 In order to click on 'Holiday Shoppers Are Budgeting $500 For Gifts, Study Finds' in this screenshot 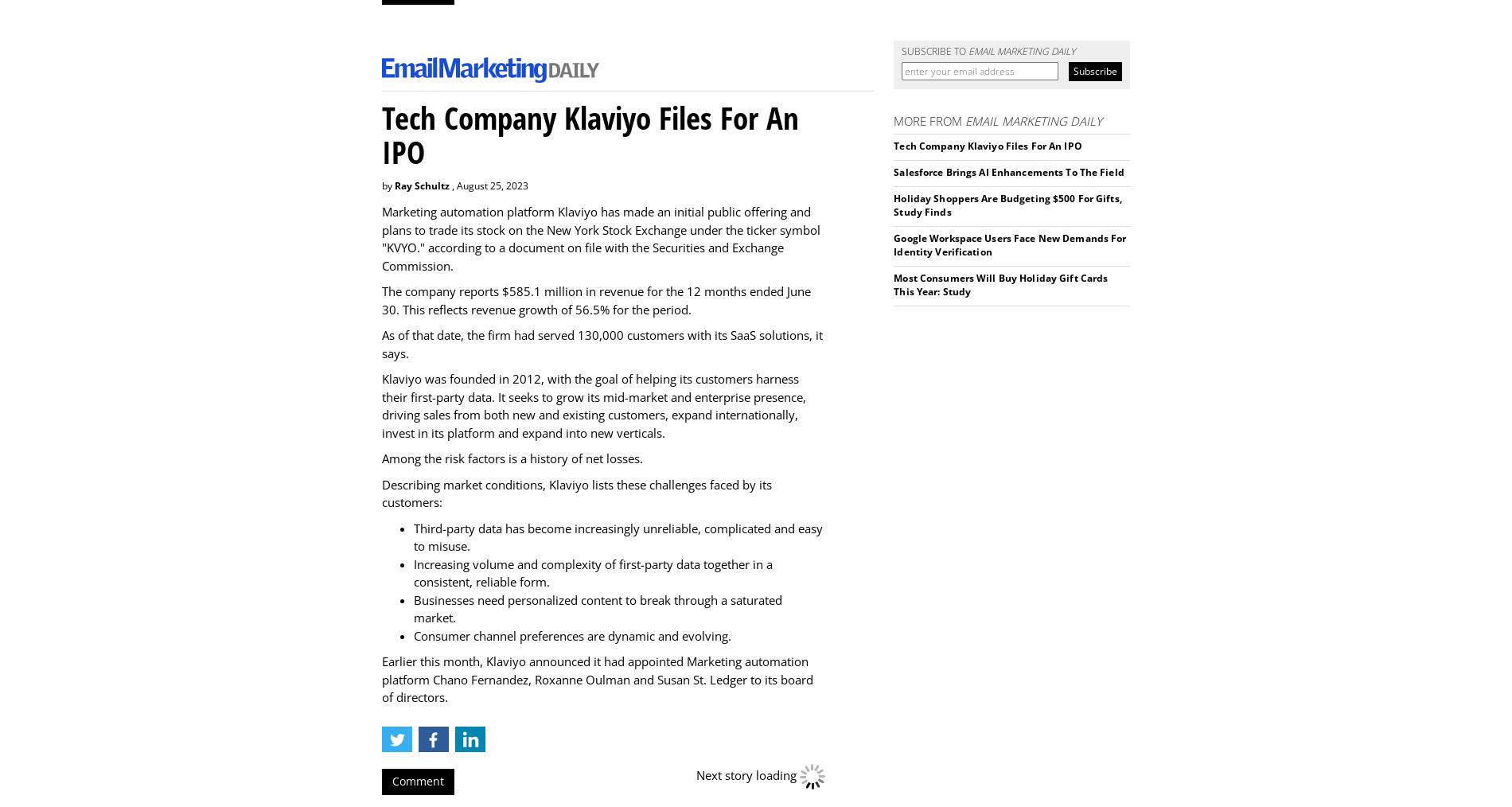, I will do `click(1006, 205)`.